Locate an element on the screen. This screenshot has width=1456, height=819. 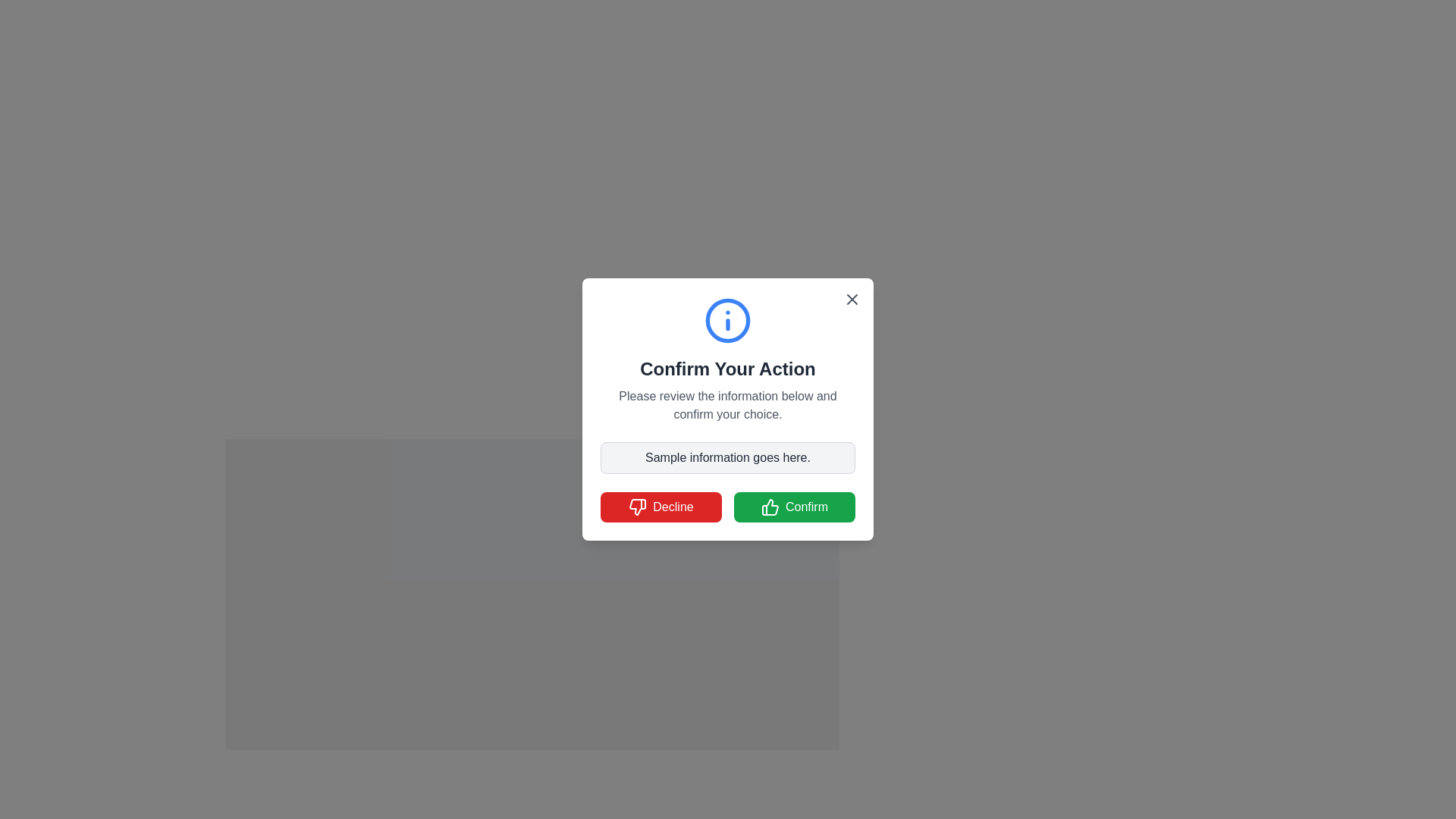
the 'thumbs down' icon located to the left of the 'Decline' button is located at coordinates (638, 507).